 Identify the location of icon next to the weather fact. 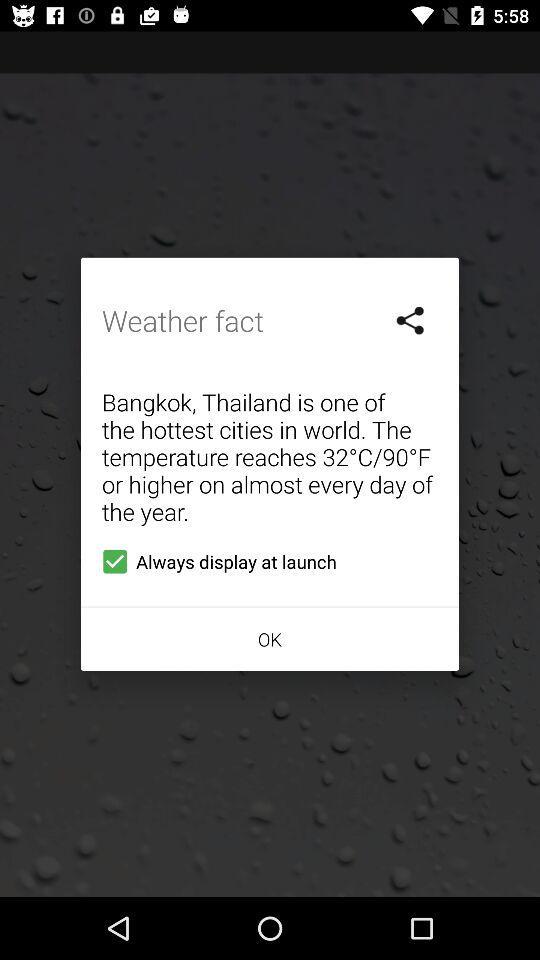
(410, 320).